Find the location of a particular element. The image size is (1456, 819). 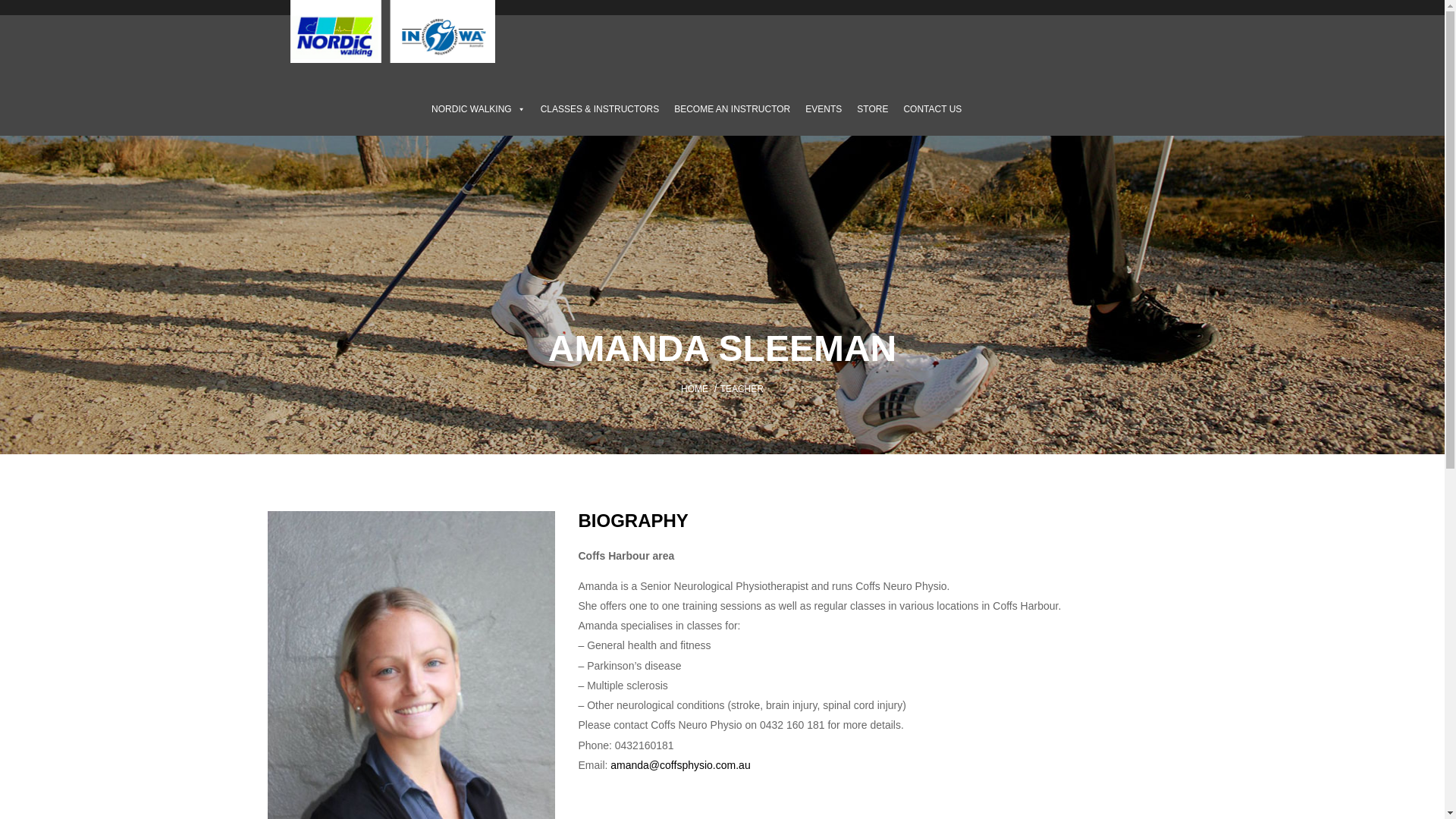

'TEACHER' is located at coordinates (742, 388).